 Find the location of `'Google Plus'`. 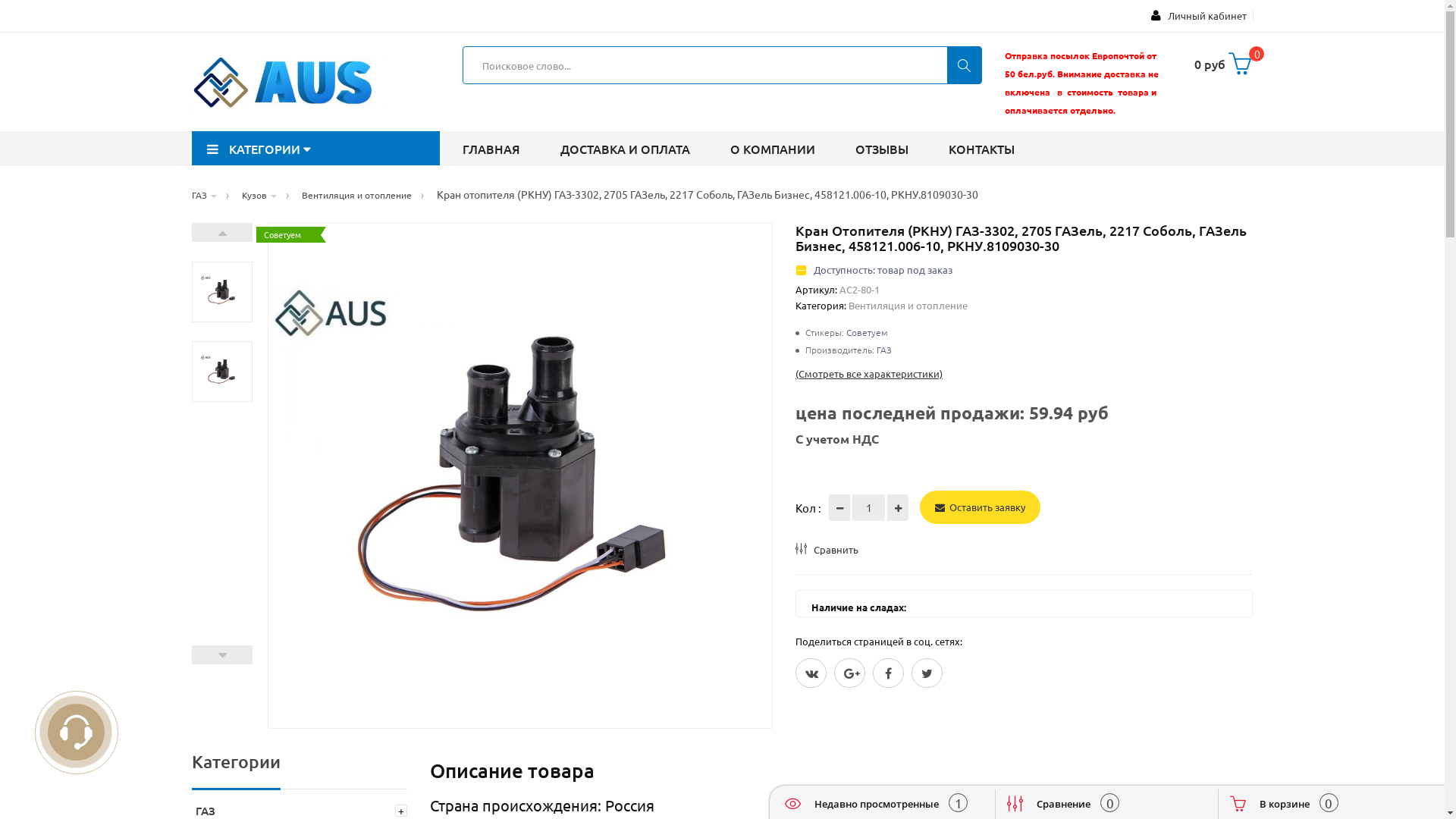

'Google Plus' is located at coordinates (849, 672).